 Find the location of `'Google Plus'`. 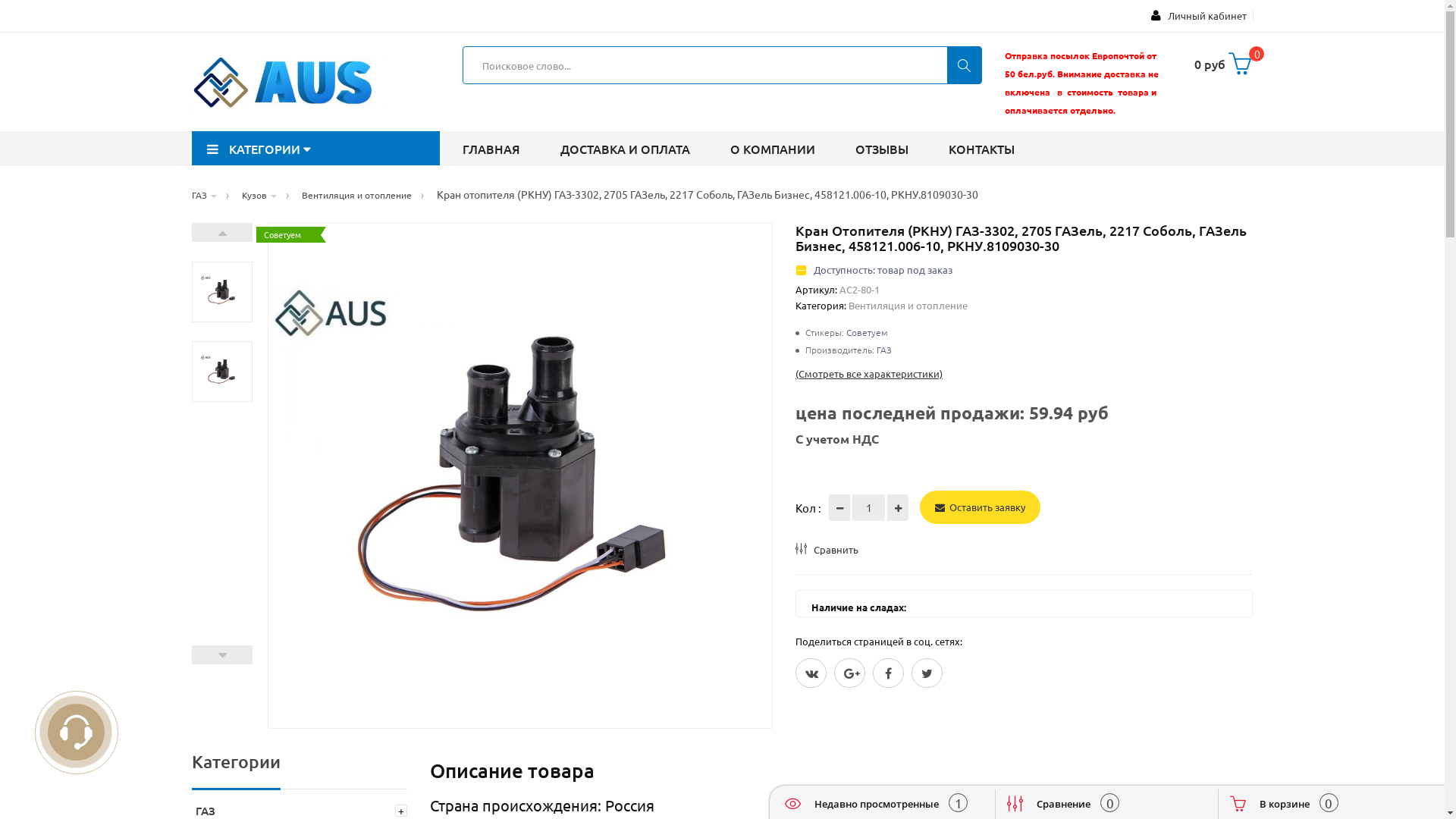

'Google Plus' is located at coordinates (849, 672).